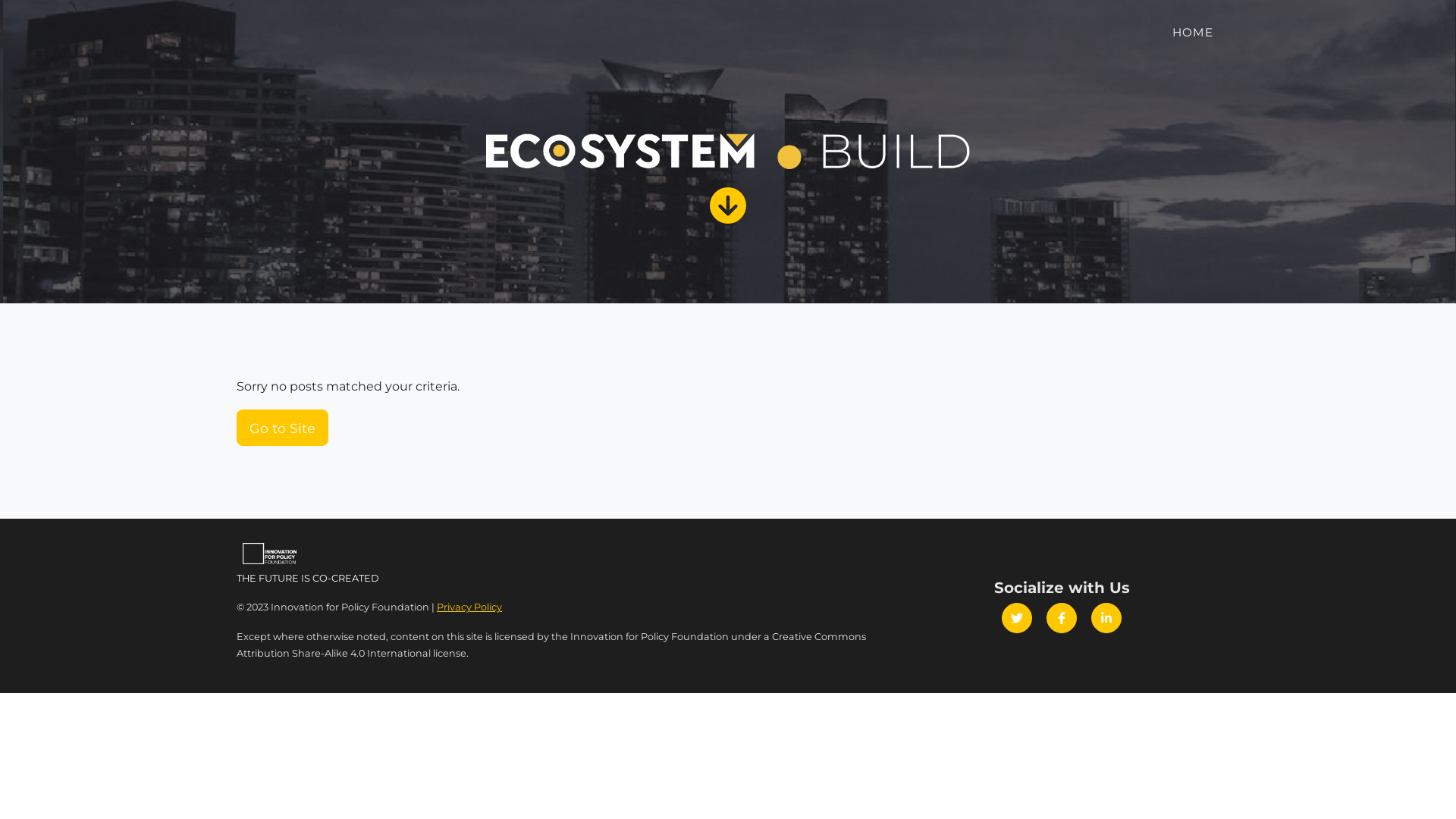  Describe the element at coordinates (1192, 33) in the screenshot. I see `'HOME'` at that location.